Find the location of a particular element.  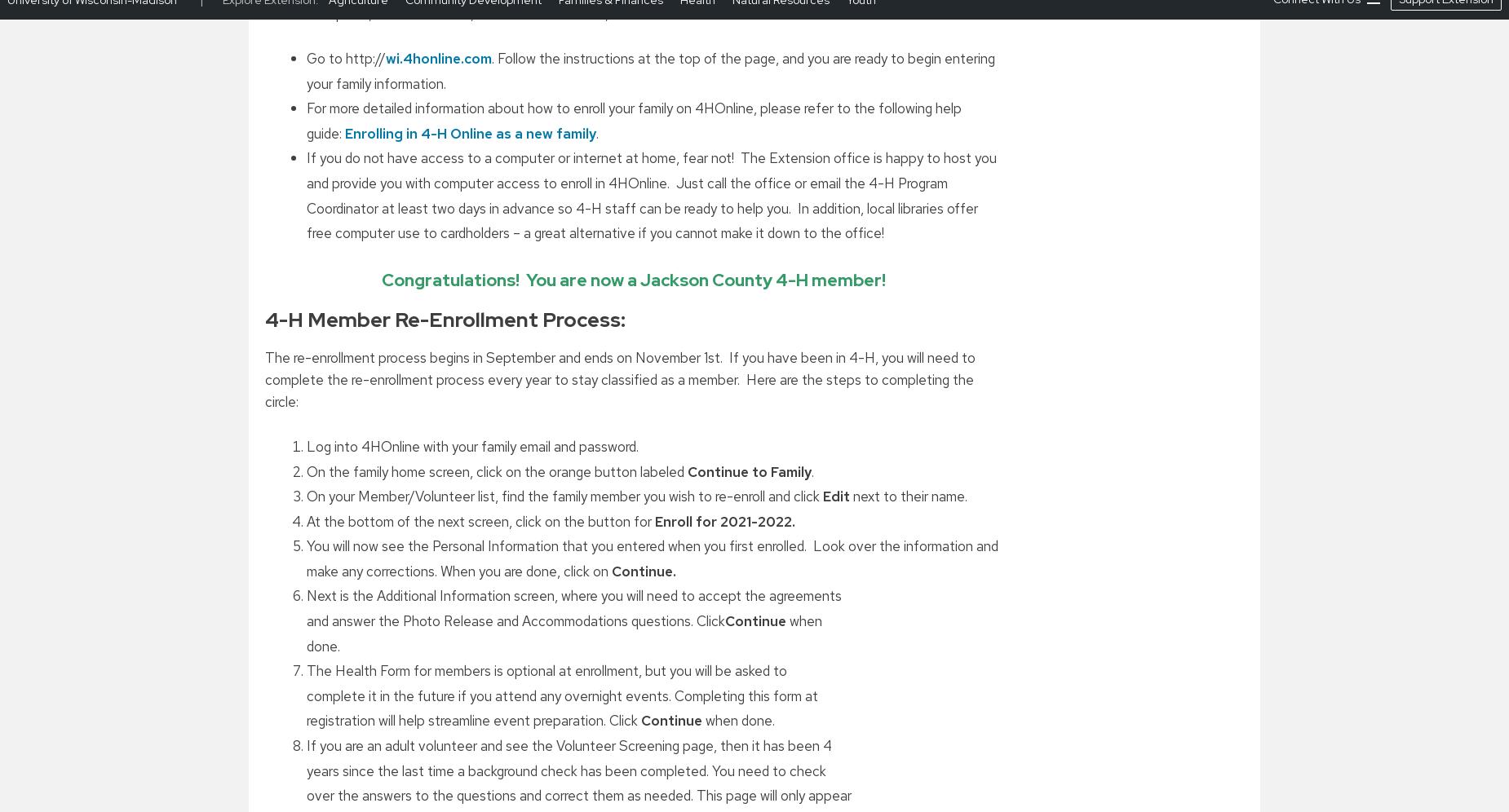

'On the Participation →Club Screen, confirm the correct club is listed. If you serve in a' is located at coordinates (565, 54).